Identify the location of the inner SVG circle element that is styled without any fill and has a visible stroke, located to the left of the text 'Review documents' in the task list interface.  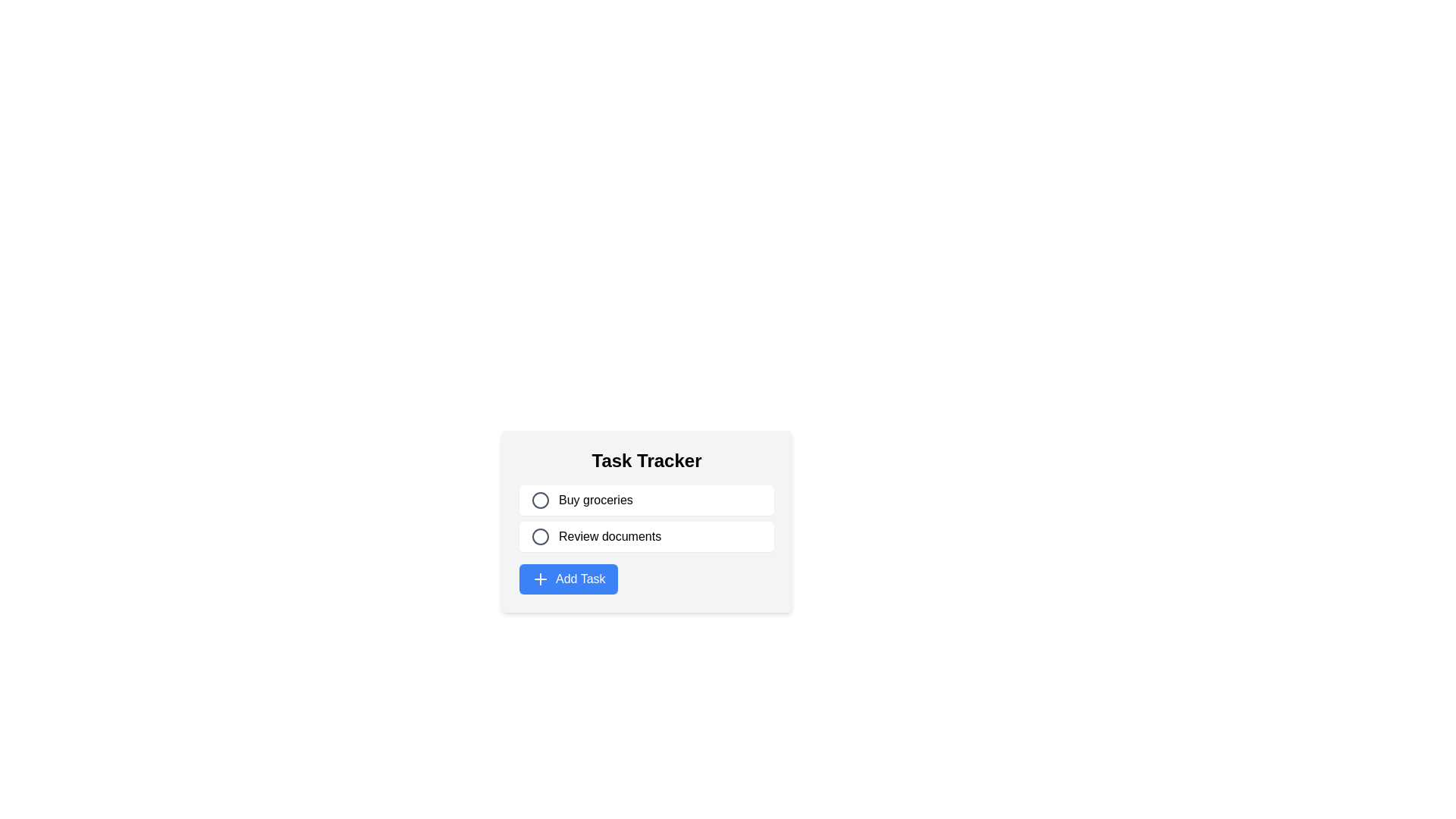
(541, 536).